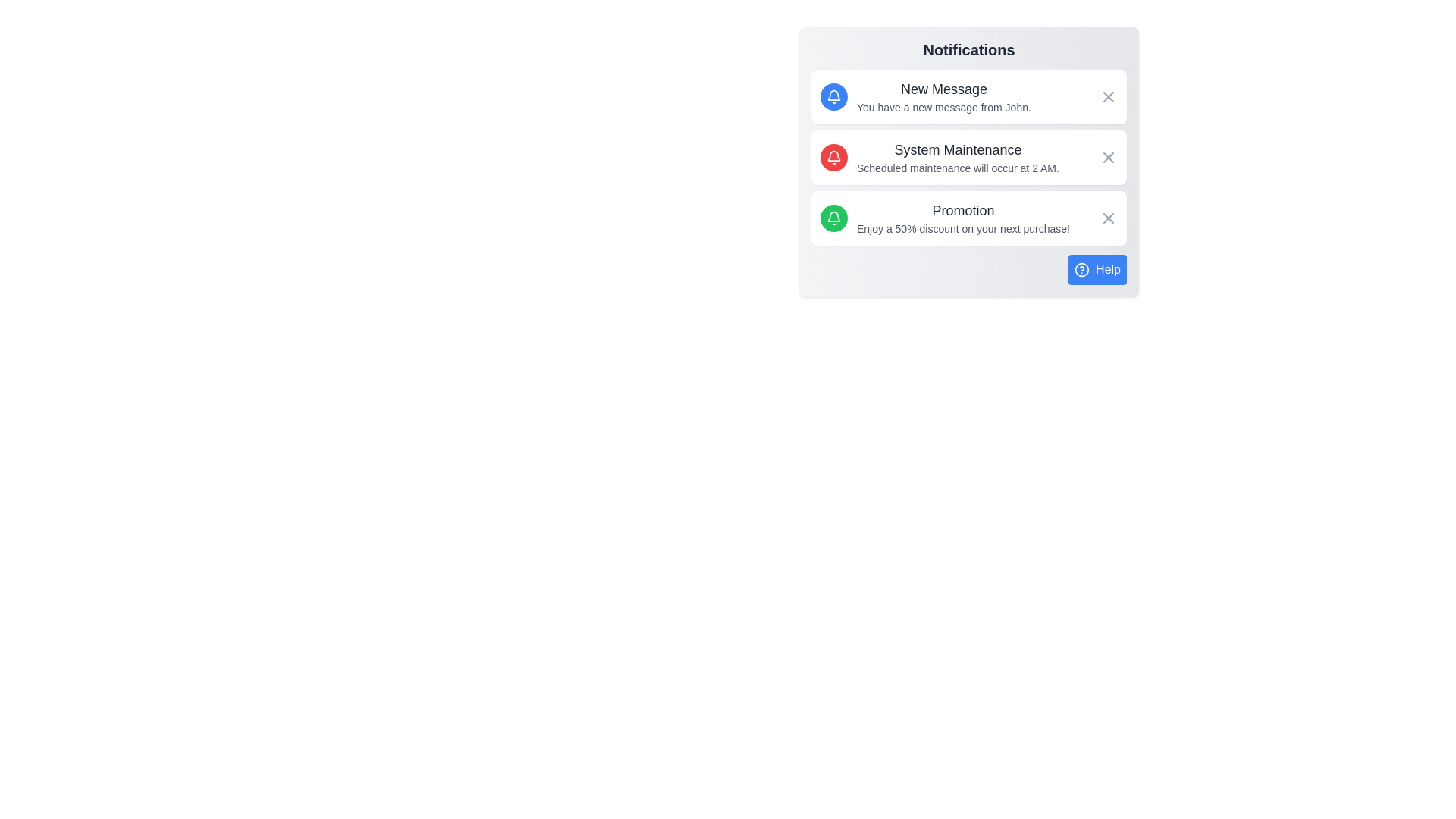  Describe the element at coordinates (833, 158) in the screenshot. I see `the circular red notification icon with a white bell icon, which is located to the left of the 'System Maintenance' text in the second notification item of the list` at that location.